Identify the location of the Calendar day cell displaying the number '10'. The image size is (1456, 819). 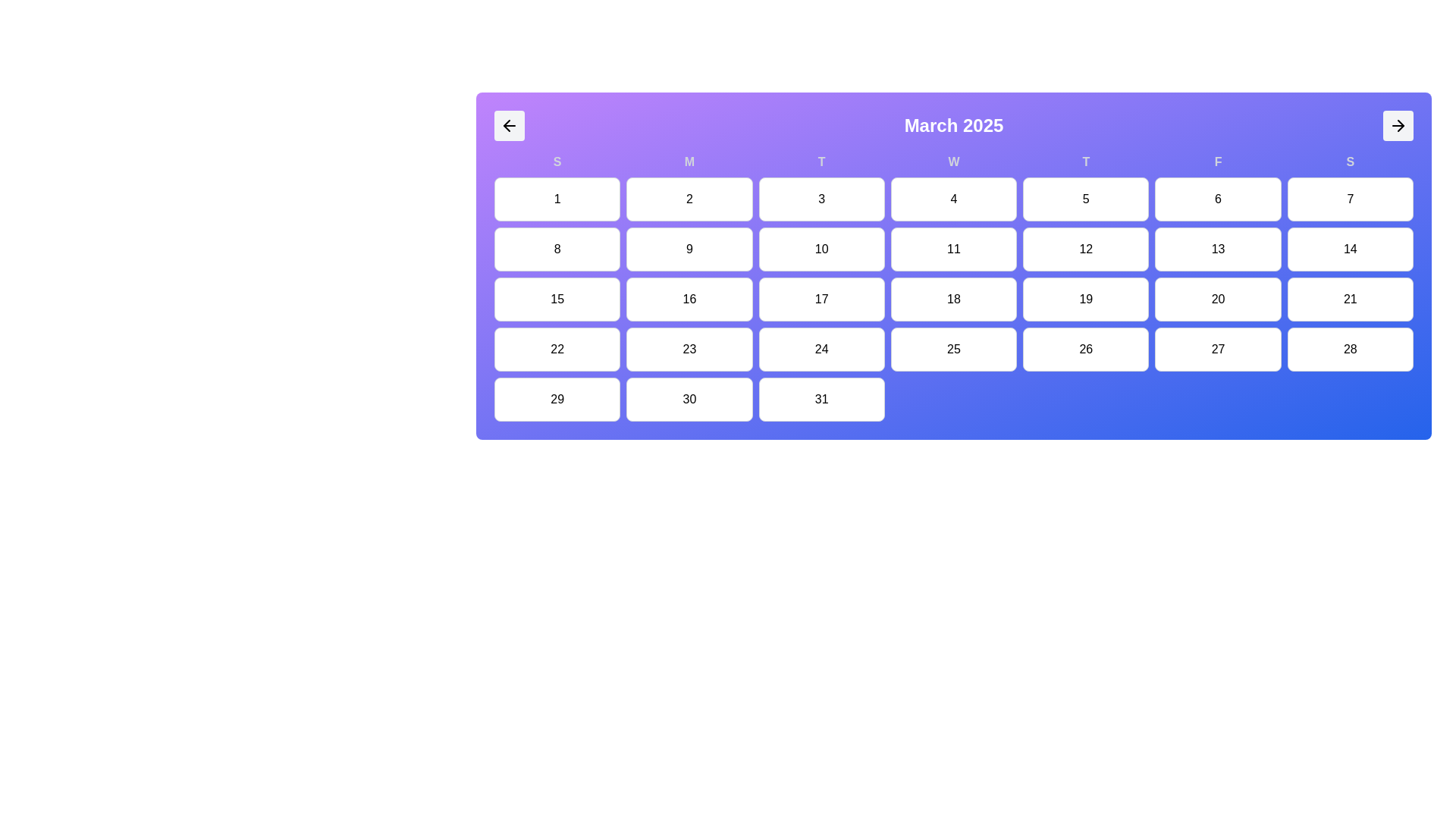
(821, 248).